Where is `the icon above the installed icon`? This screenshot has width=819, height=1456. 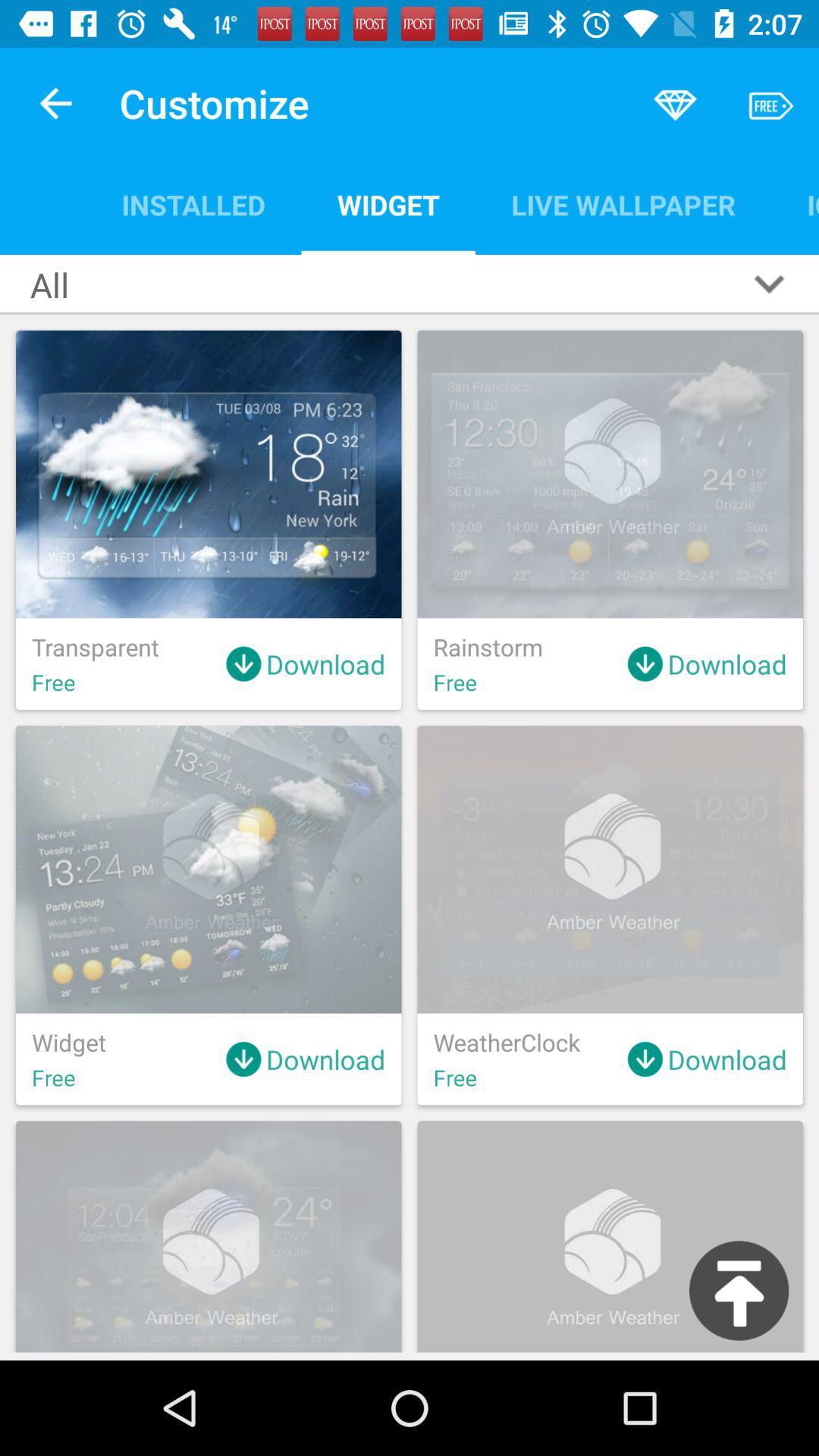 the icon above the installed icon is located at coordinates (55, 102).